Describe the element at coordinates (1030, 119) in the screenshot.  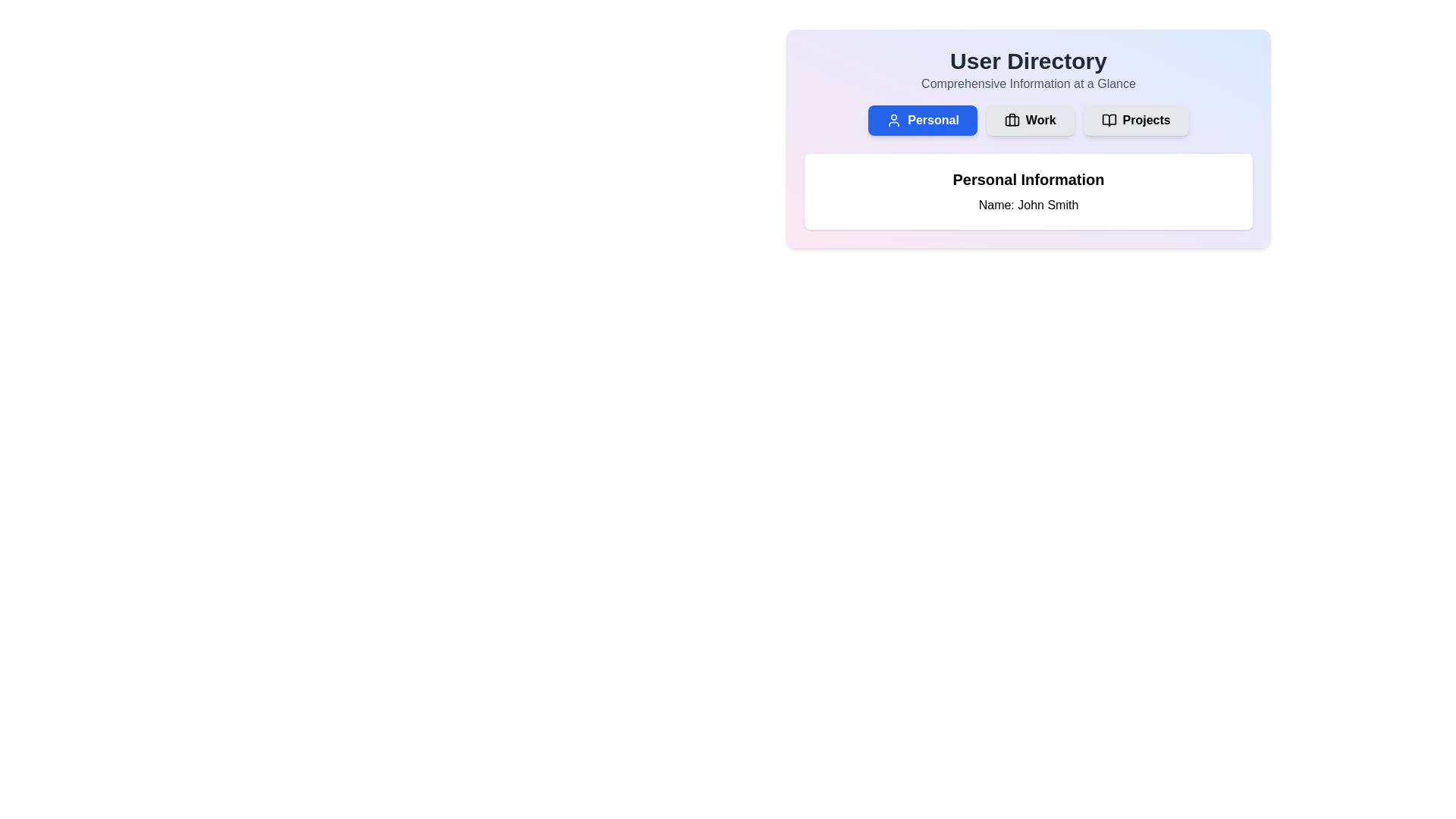
I see `the 'Work' button, which is a gray rectangular button with rounded corners, located in the middle of three buttons labeled 'Personal,' 'Work,' and 'Projects,'` at that location.